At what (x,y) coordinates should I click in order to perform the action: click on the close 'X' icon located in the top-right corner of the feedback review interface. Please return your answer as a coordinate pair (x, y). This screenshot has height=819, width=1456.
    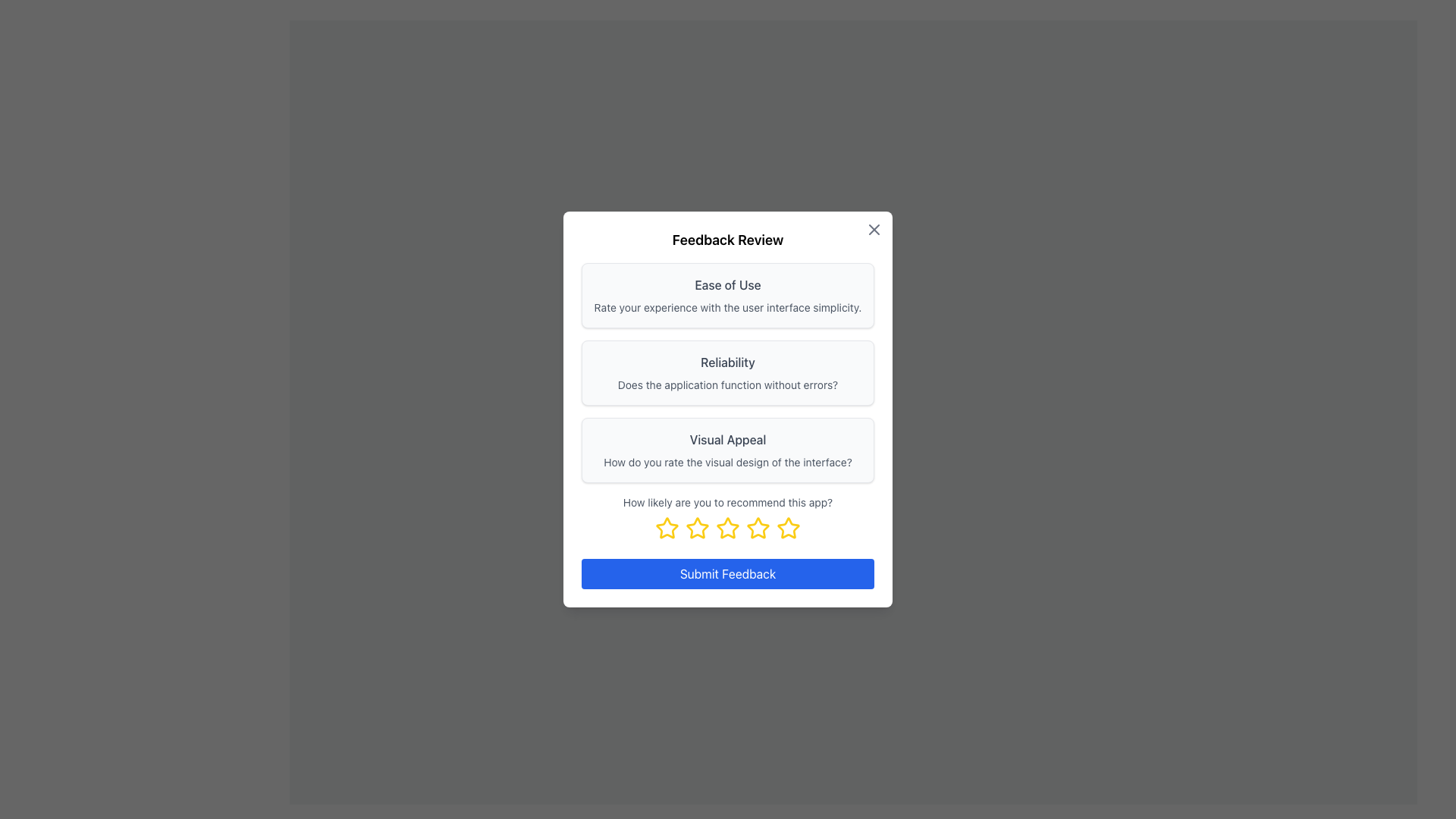
    Looking at the image, I should click on (874, 230).